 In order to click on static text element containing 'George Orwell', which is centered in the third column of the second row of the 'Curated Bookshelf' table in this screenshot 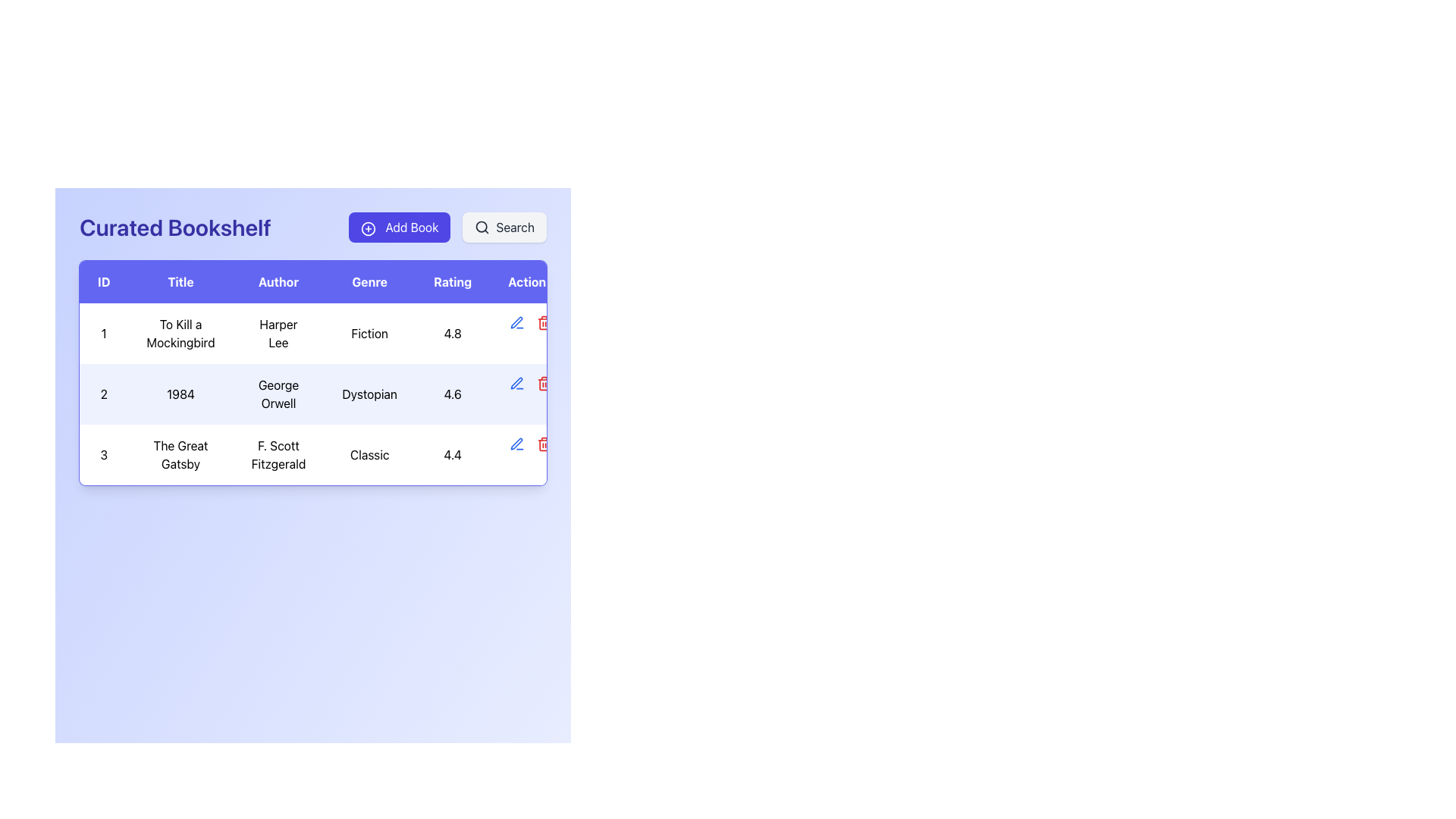, I will do `click(278, 394)`.